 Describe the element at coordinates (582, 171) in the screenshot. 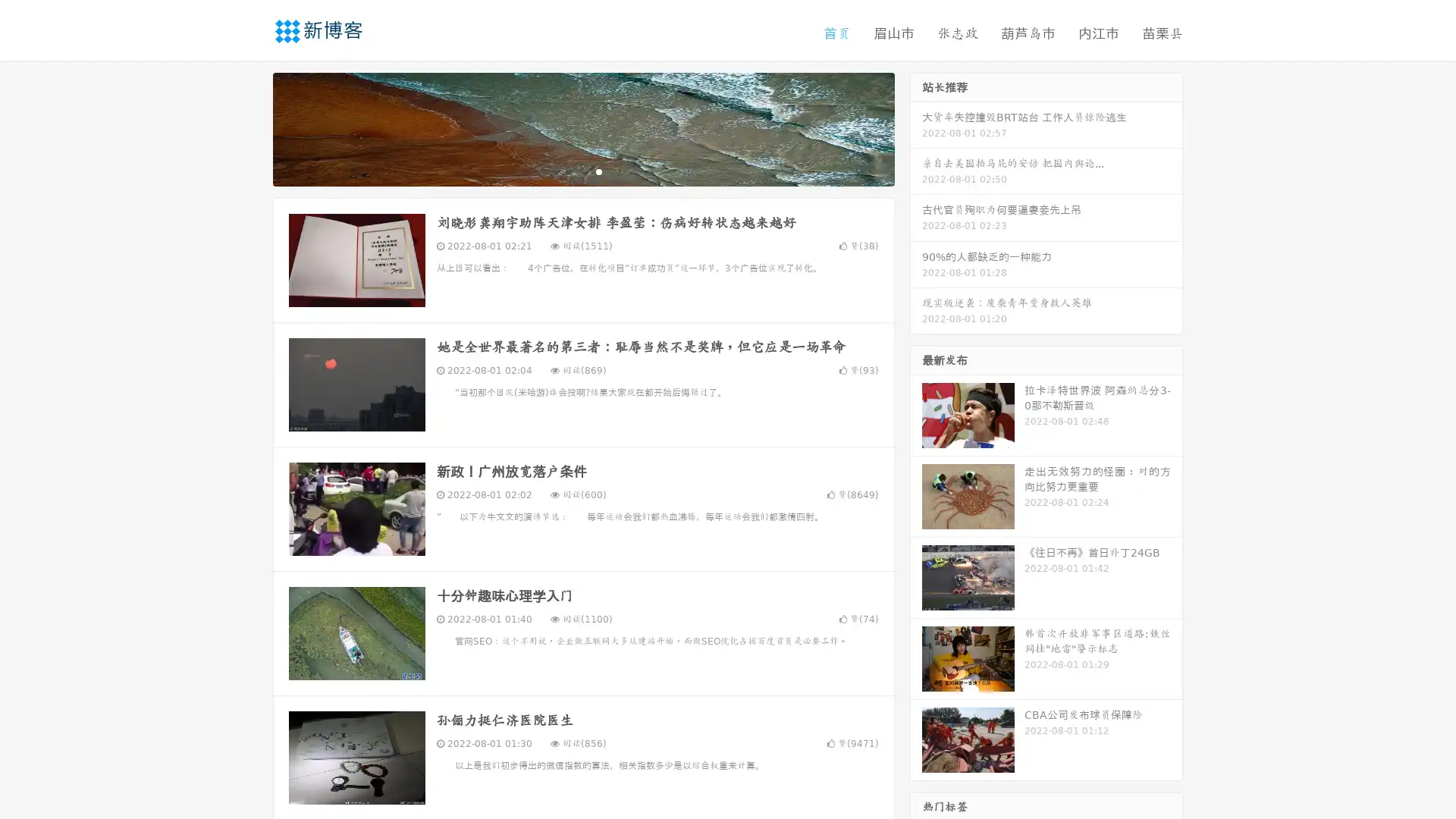

I see `Go to slide 2` at that location.